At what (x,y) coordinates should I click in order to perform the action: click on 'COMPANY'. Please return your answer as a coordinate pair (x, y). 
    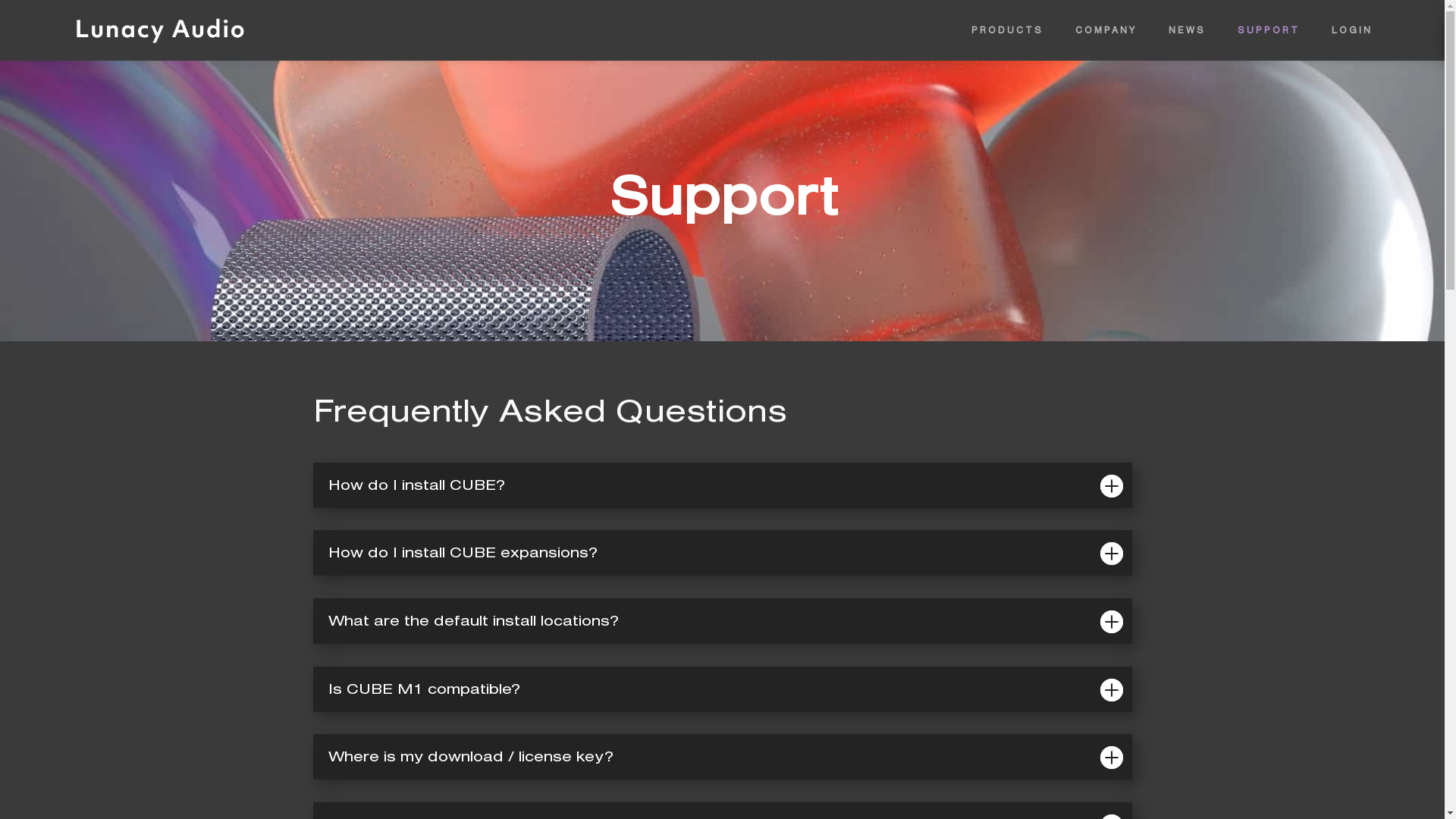
    Looking at the image, I should click on (1074, 30).